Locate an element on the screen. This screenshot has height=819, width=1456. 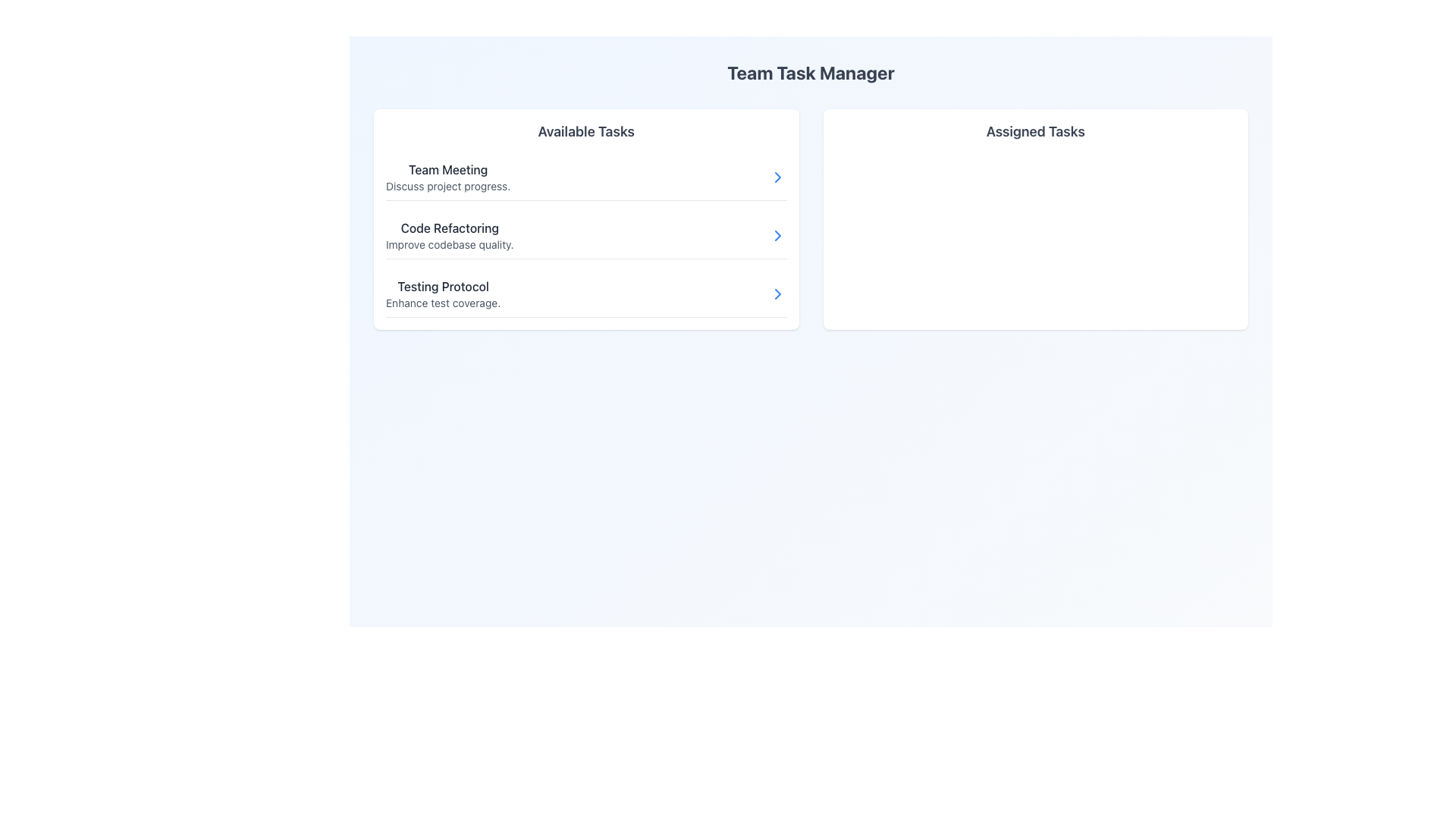
the text label 'Testing Protocol' which is displayed in bold, gray font and serves as a title above 'Enhance test coverage' within the 'Available Tasks' card is located at coordinates (442, 287).